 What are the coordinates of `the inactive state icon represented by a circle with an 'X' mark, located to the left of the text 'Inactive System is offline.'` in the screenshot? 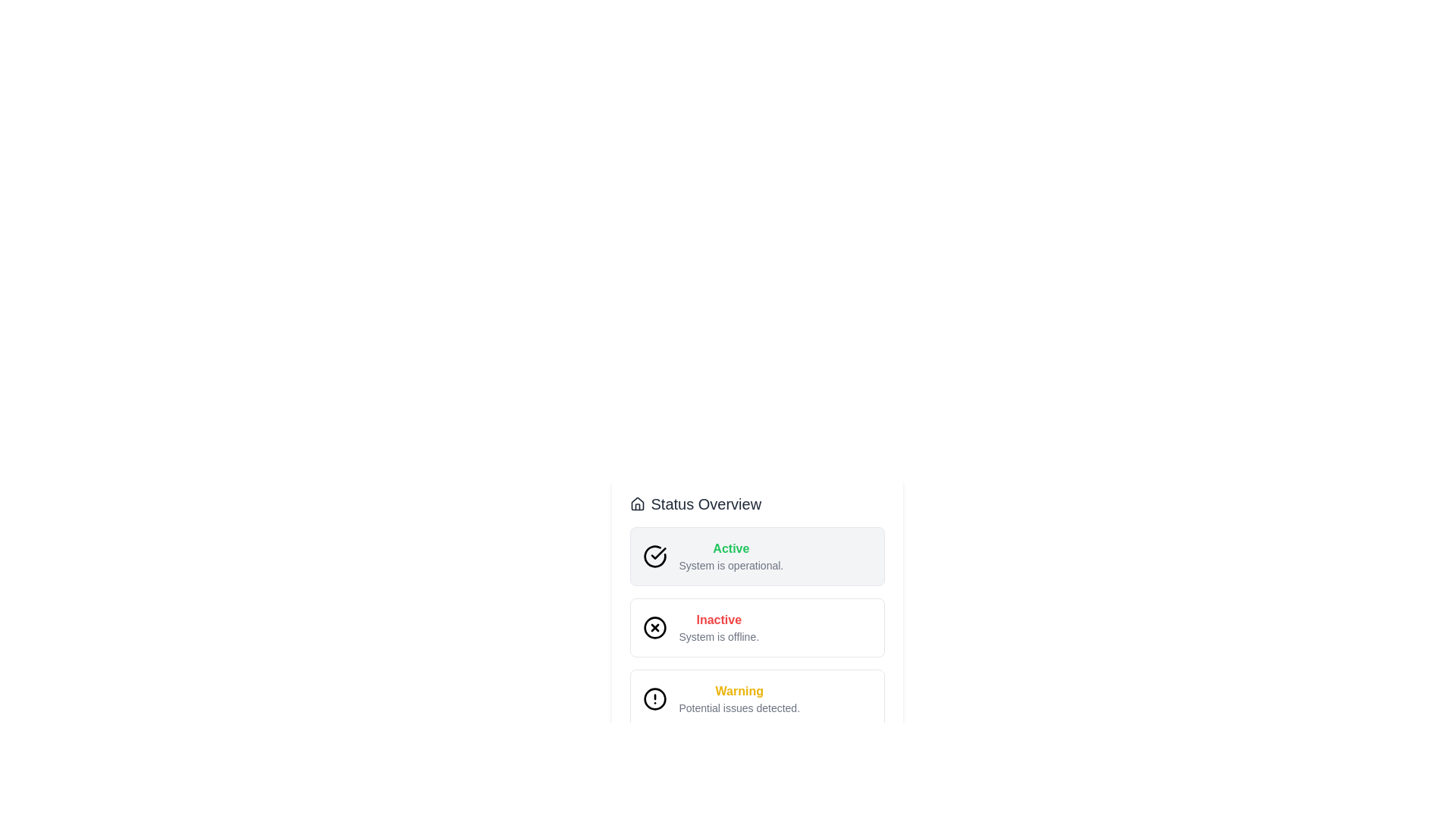 It's located at (654, 628).